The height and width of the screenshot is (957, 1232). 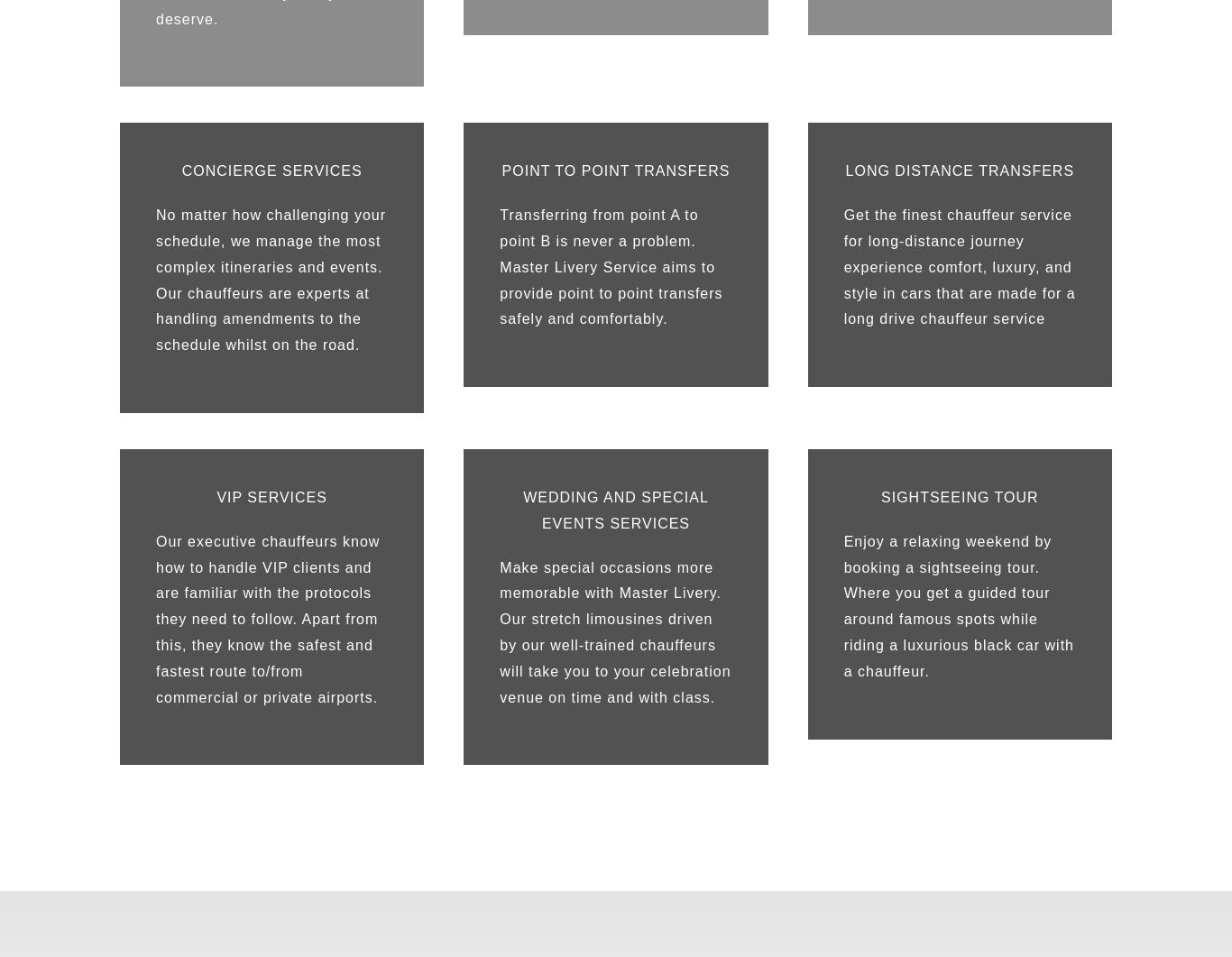 What do you see at coordinates (958, 170) in the screenshot?
I see `'LONG DISTANCE TRANSFERS'` at bounding box center [958, 170].